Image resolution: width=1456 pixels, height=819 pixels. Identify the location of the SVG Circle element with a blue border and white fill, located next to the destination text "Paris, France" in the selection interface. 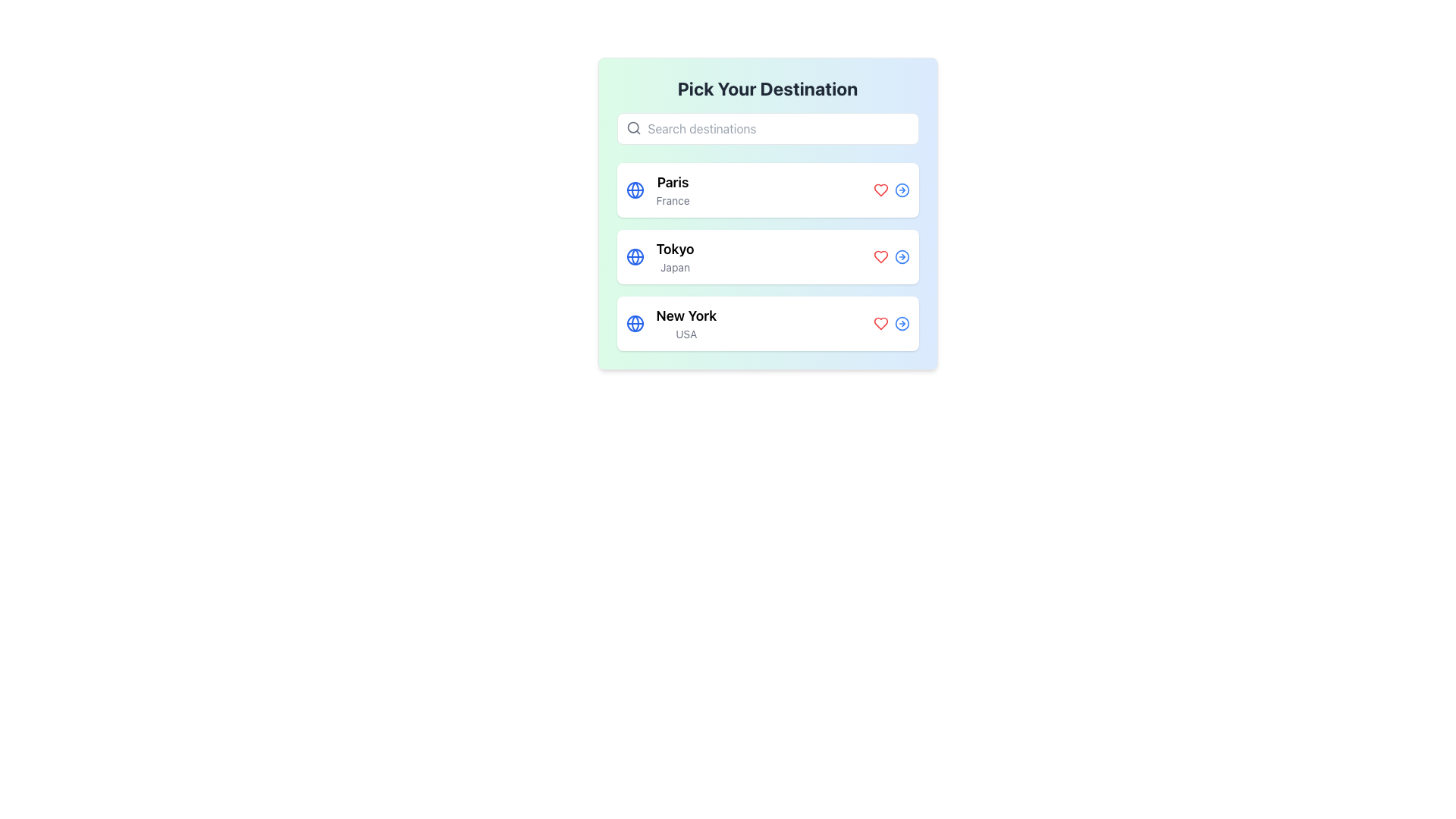
(902, 189).